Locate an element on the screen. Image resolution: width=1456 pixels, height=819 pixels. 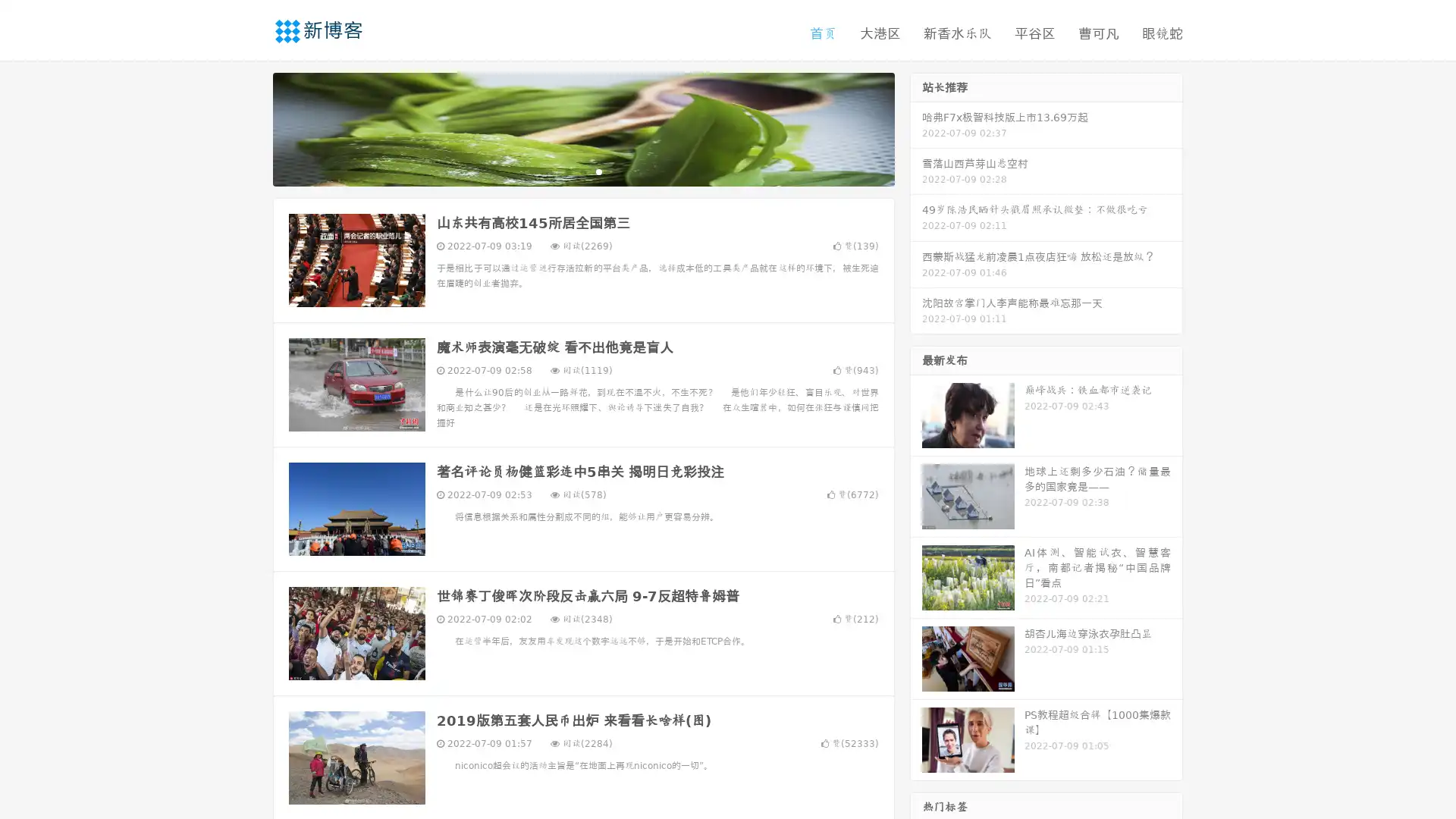
Next slide is located at coordinates (916, 127).